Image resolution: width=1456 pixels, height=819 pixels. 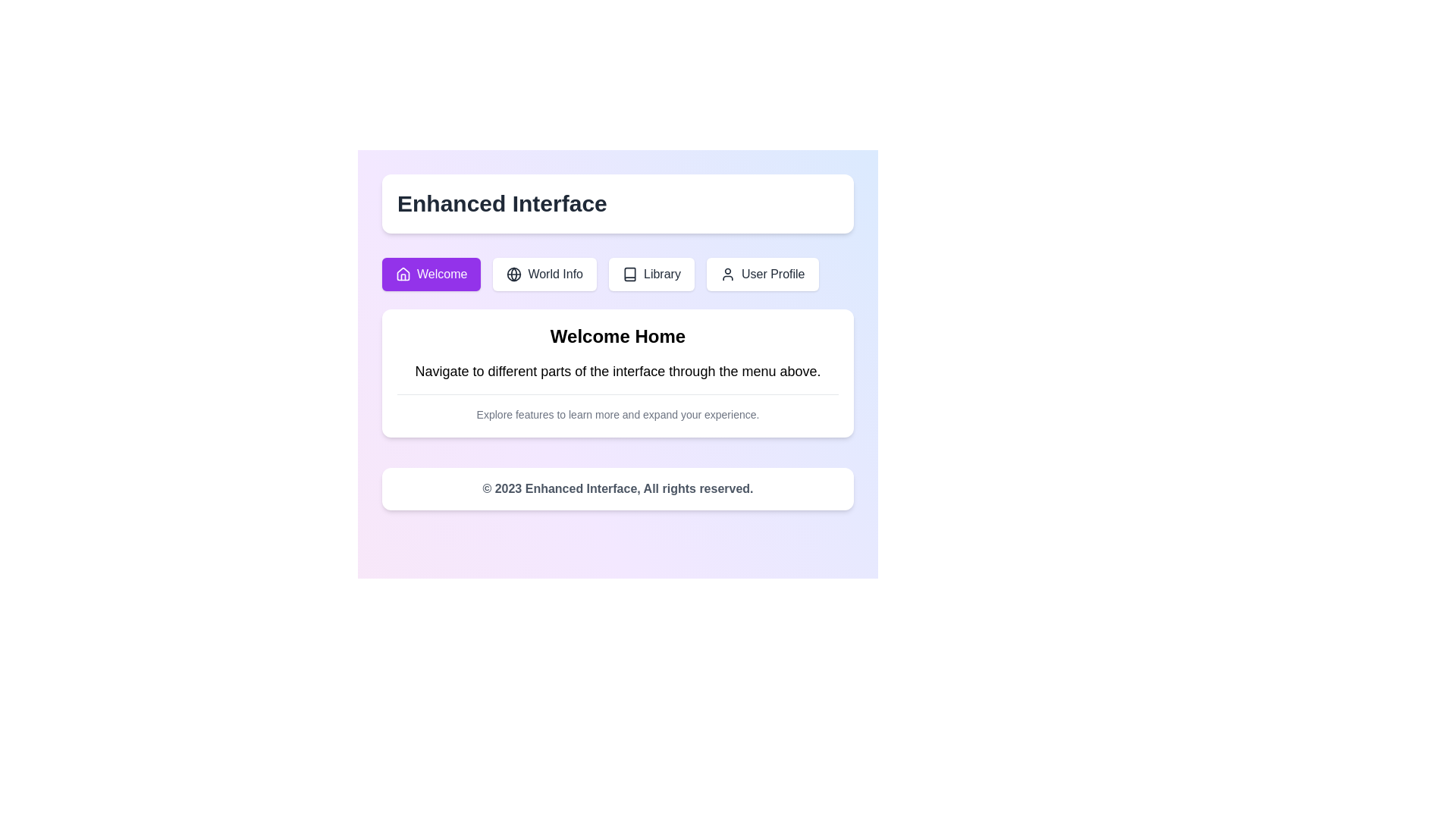 What do you see at coordinates (618, 335) in the screenshot?
I see `the 'Welcome Home' text label, which is a bold and prominent header at the top of the section containing textual information` at bounding box center [618, 335].